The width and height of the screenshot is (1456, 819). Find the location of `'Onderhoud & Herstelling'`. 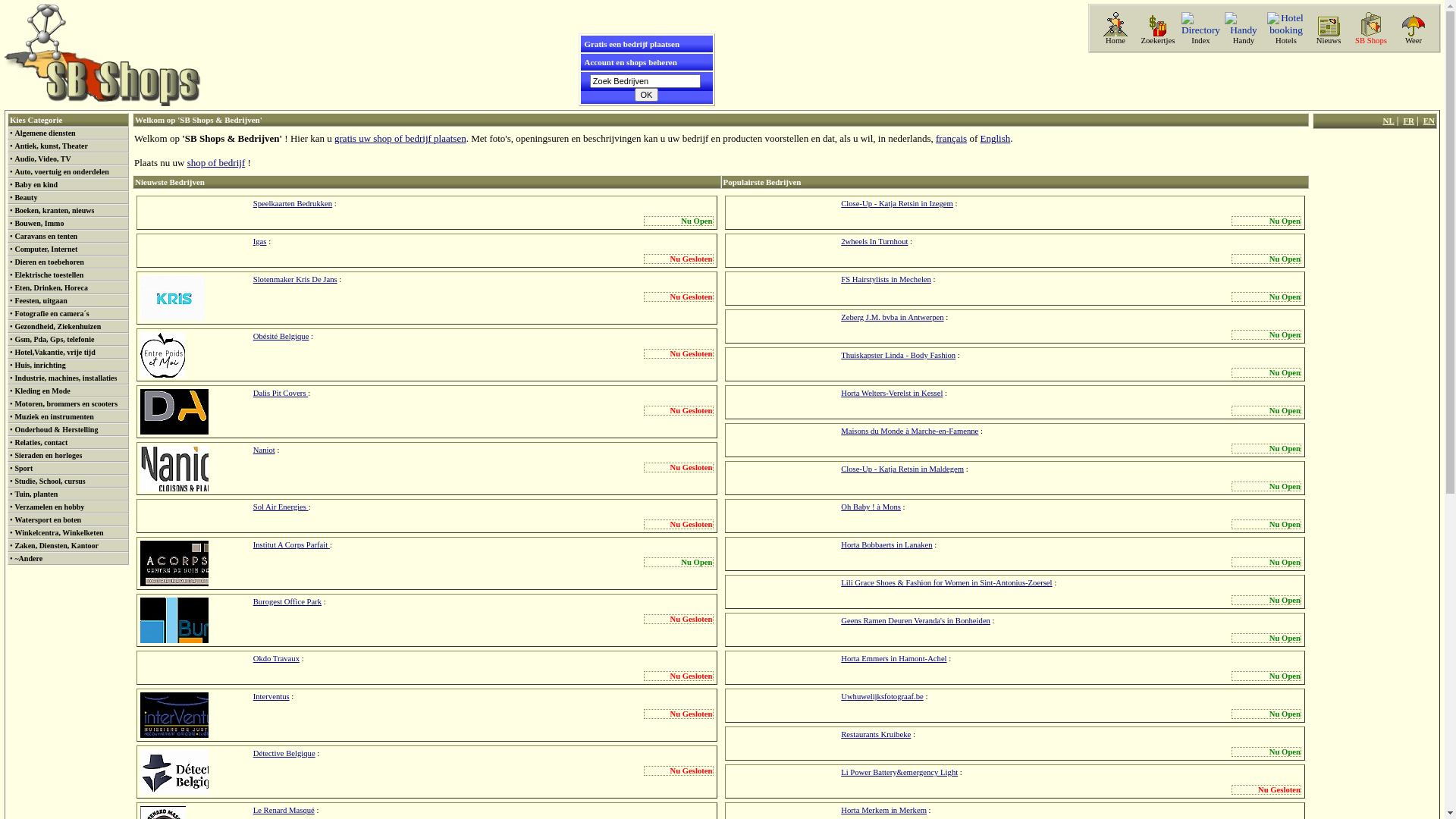

'Onderhoud & Herstelling' is located at coordinates (14, 429).